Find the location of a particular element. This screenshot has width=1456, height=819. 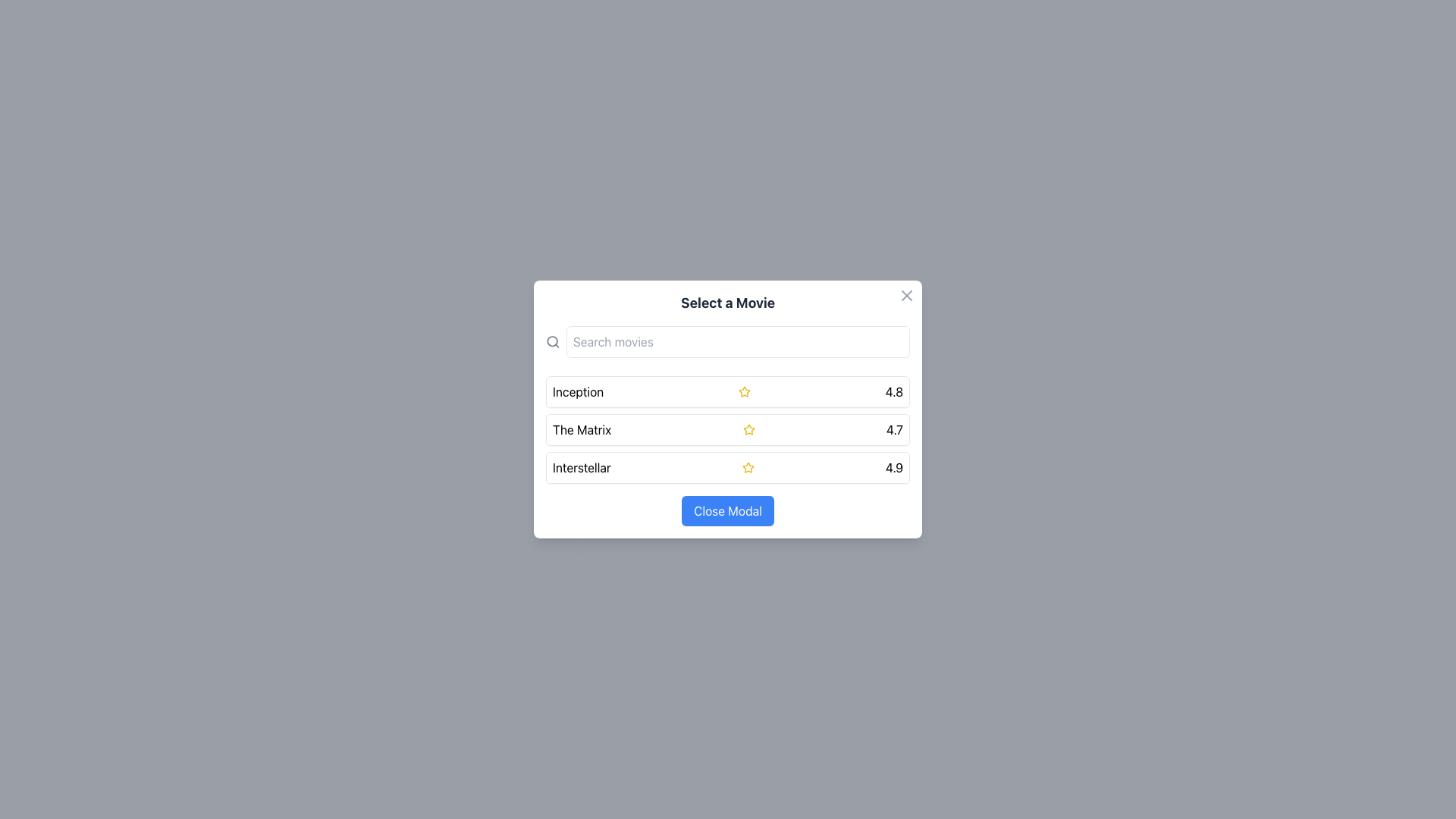

the first List item for the movie 'Inception', which displays its name and rating is located at coordinates (728, 391).